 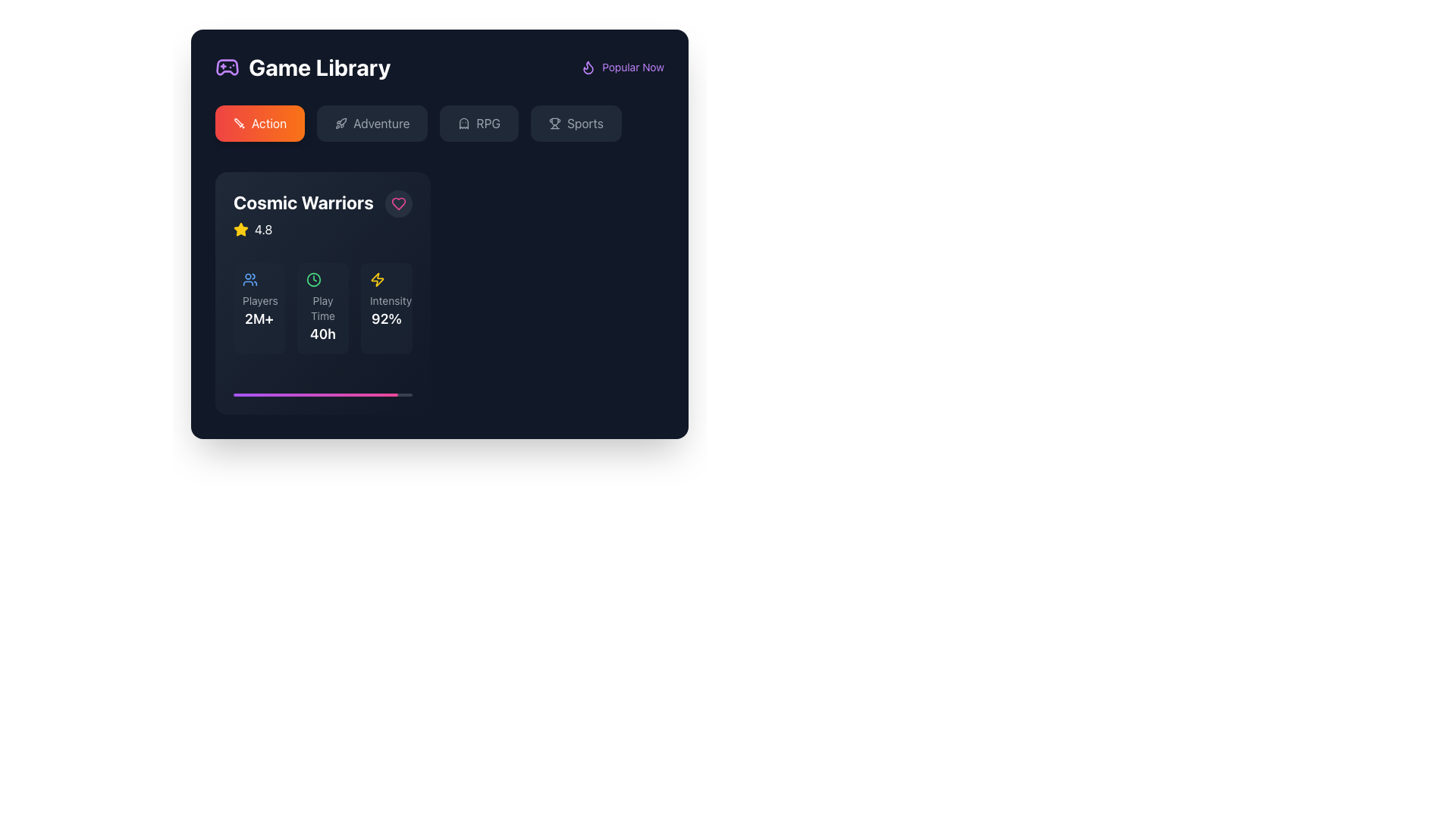 What do you see at coordinates (263, 230) in the screenshot?
I see `rating value displayed as '4.8' in white color, located to the right of a yellow star icon in the 'Cosmic Warriors' section` at bounding box center [263, 230].